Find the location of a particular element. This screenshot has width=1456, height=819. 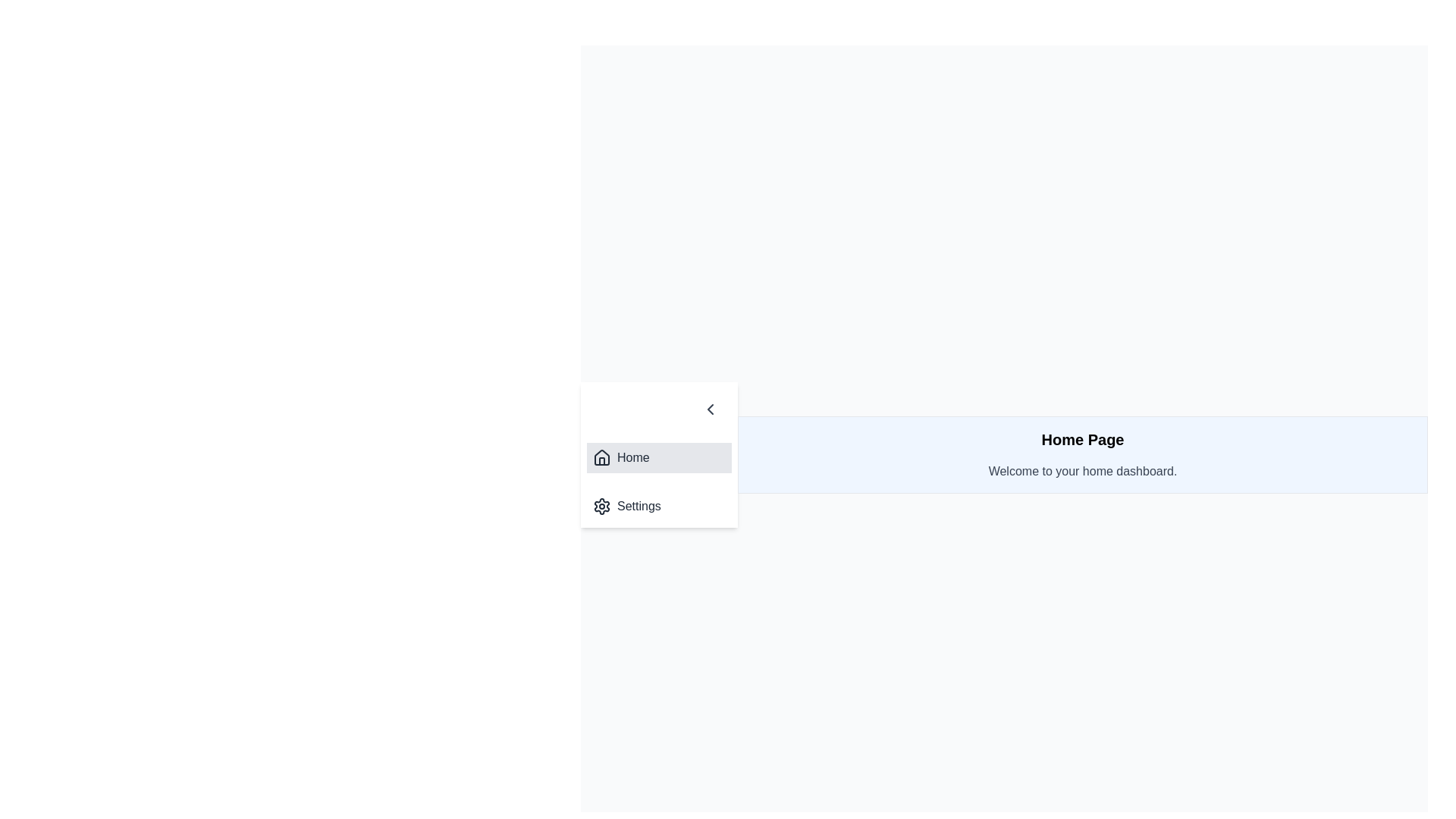

the 'Settings' icon located to the left of the text label 'Settings' in the vertical navigation panel is located at coordinates (601, 506).